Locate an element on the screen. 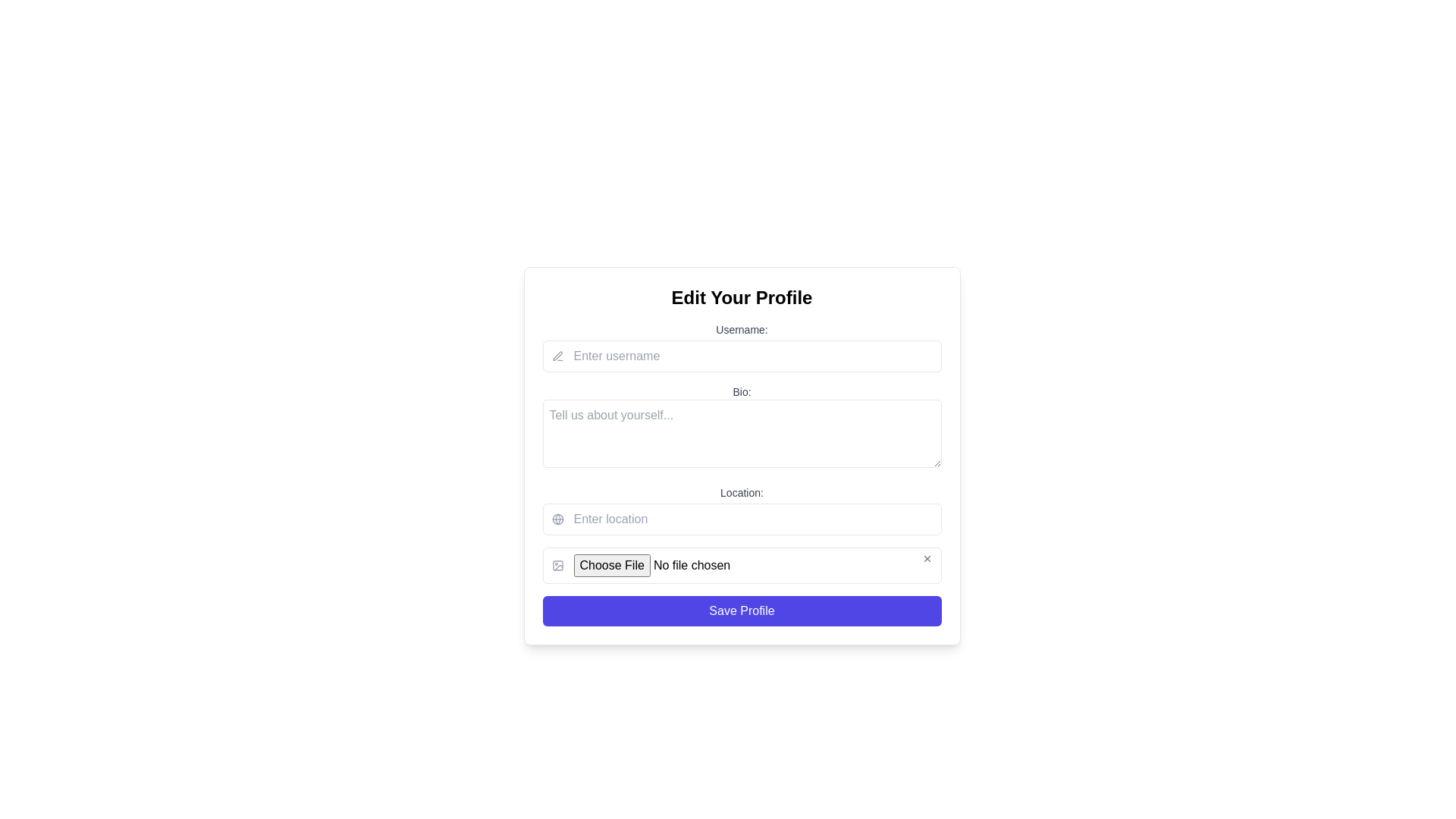 This screenshot has width=1456, height=819. the icon indicating the editable state next to the 'Enter username' input field in the 'Edit Your Profile' form is located at coordinates (557, 356).